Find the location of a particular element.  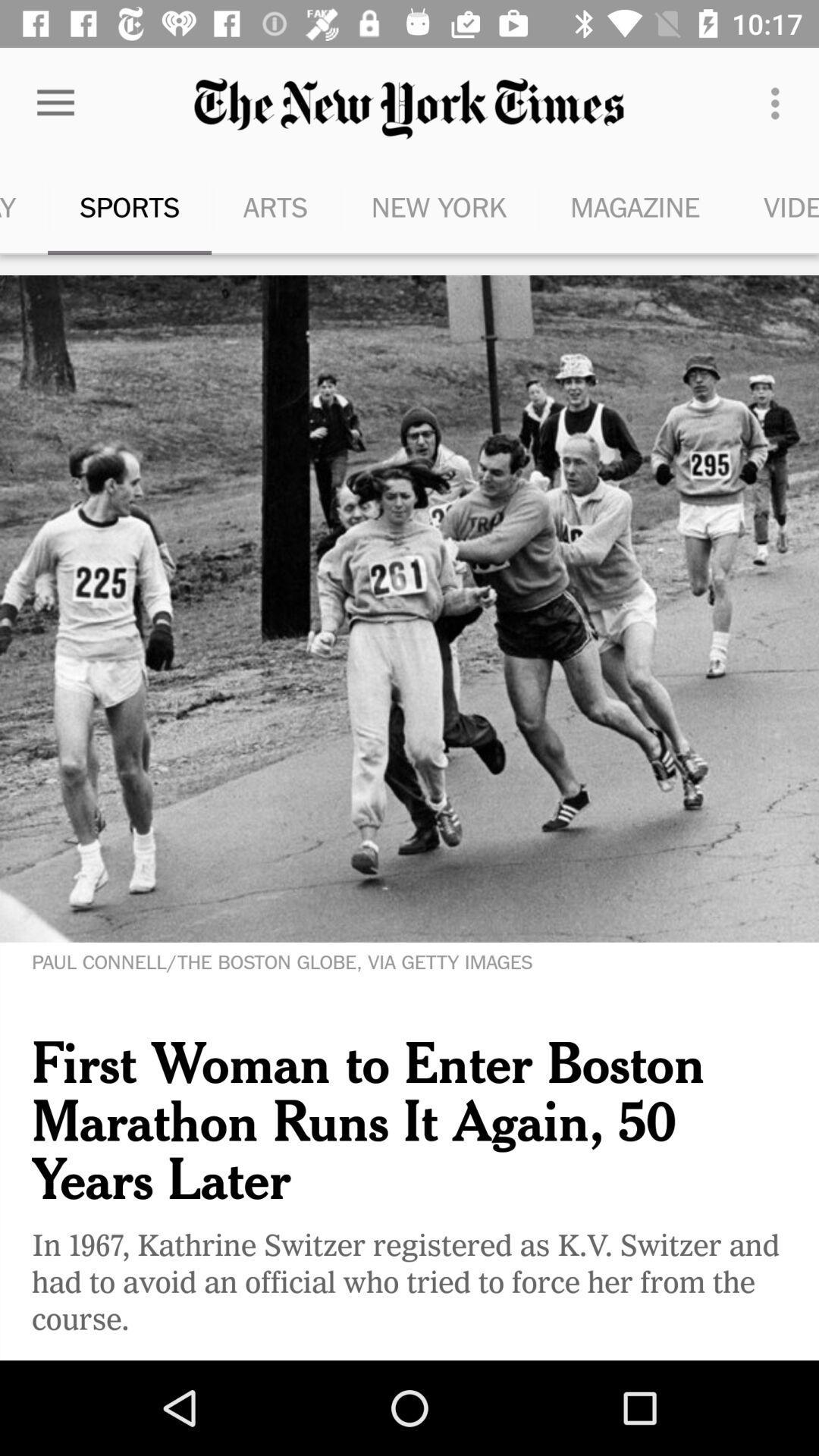

icon next to the video item is located at coordinates (635, 206).